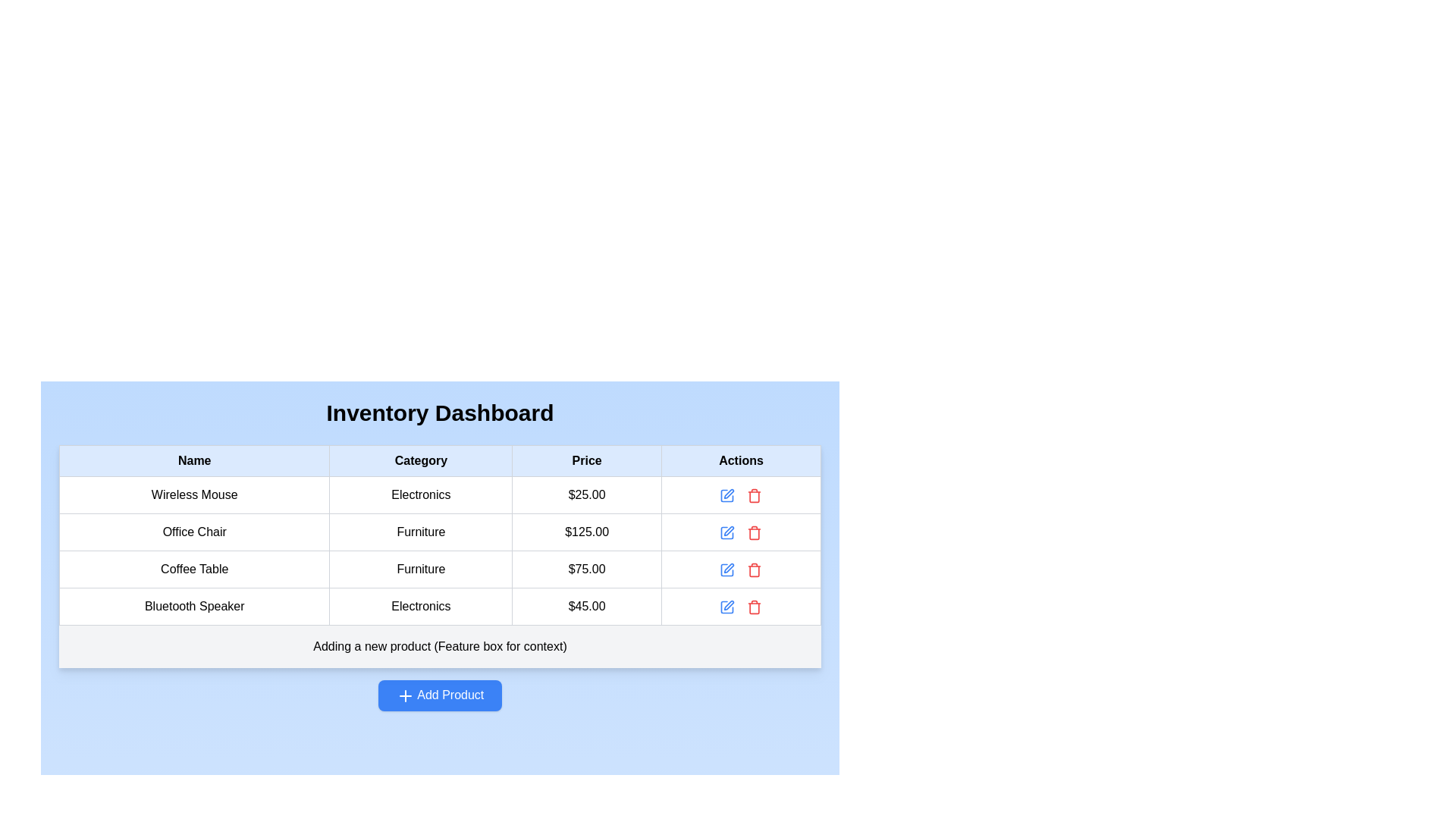 This screenshot has height=819, width=1456. What do you see at coordinates (726, 532) in the screenshot?
I see `the edit button located in the 'Actions' column of the second row for the 'Office Chair' item to modify its details` at bounding box center [726, 532].